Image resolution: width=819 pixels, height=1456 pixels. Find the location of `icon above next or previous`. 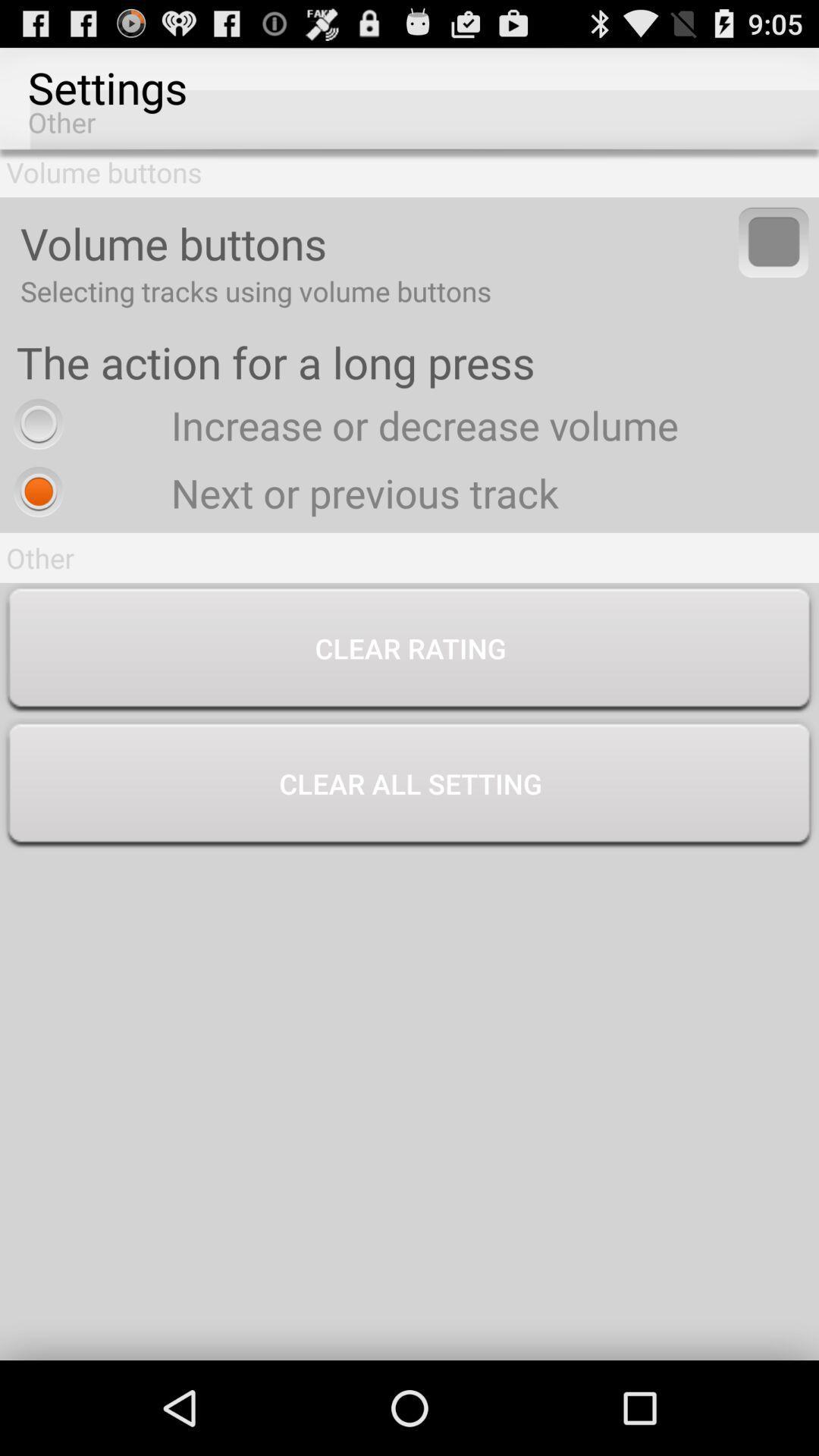

icon above next or previous is located at coordinates (342, 425).